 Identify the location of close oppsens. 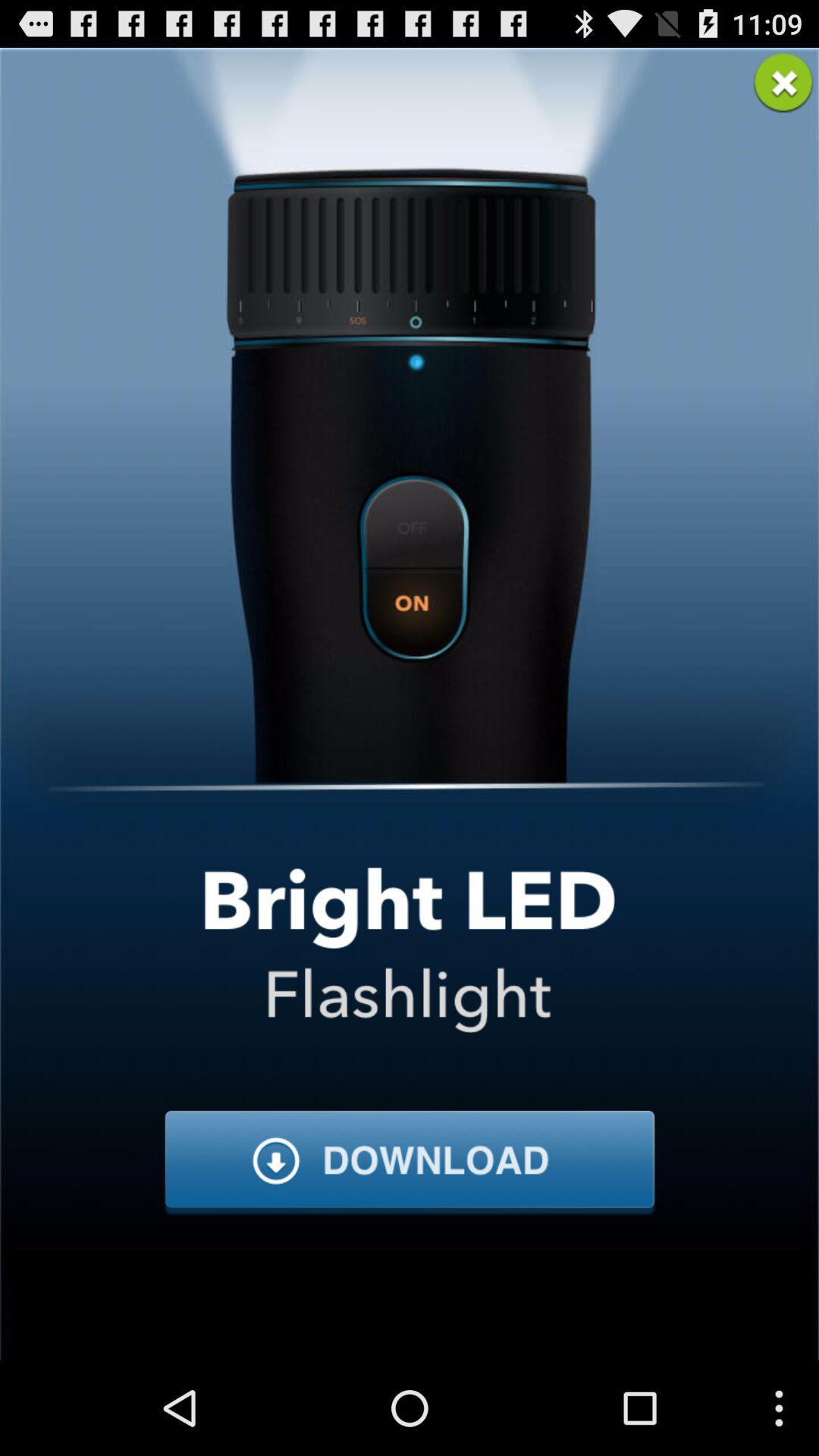
(783, 82).